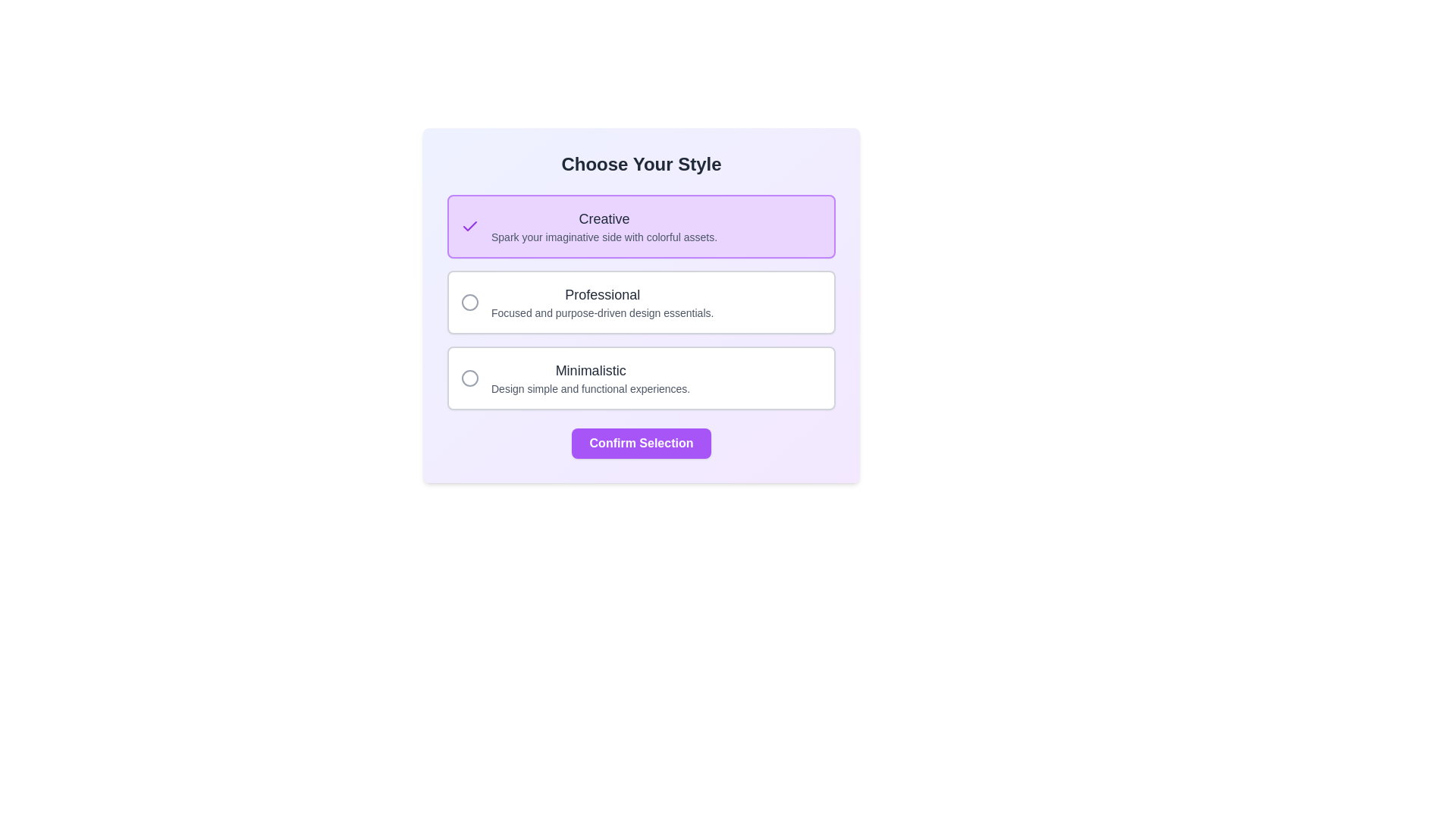 This screenshot has height=819, width=1456. Describe the element at coordinates (590, 377) in the screenshot. I see `descriptive static text block for the 'Minimalistic' option located in the vertical selection menu, positioned below 'Professional' and above the 'Confirm Selection' button` at that location.